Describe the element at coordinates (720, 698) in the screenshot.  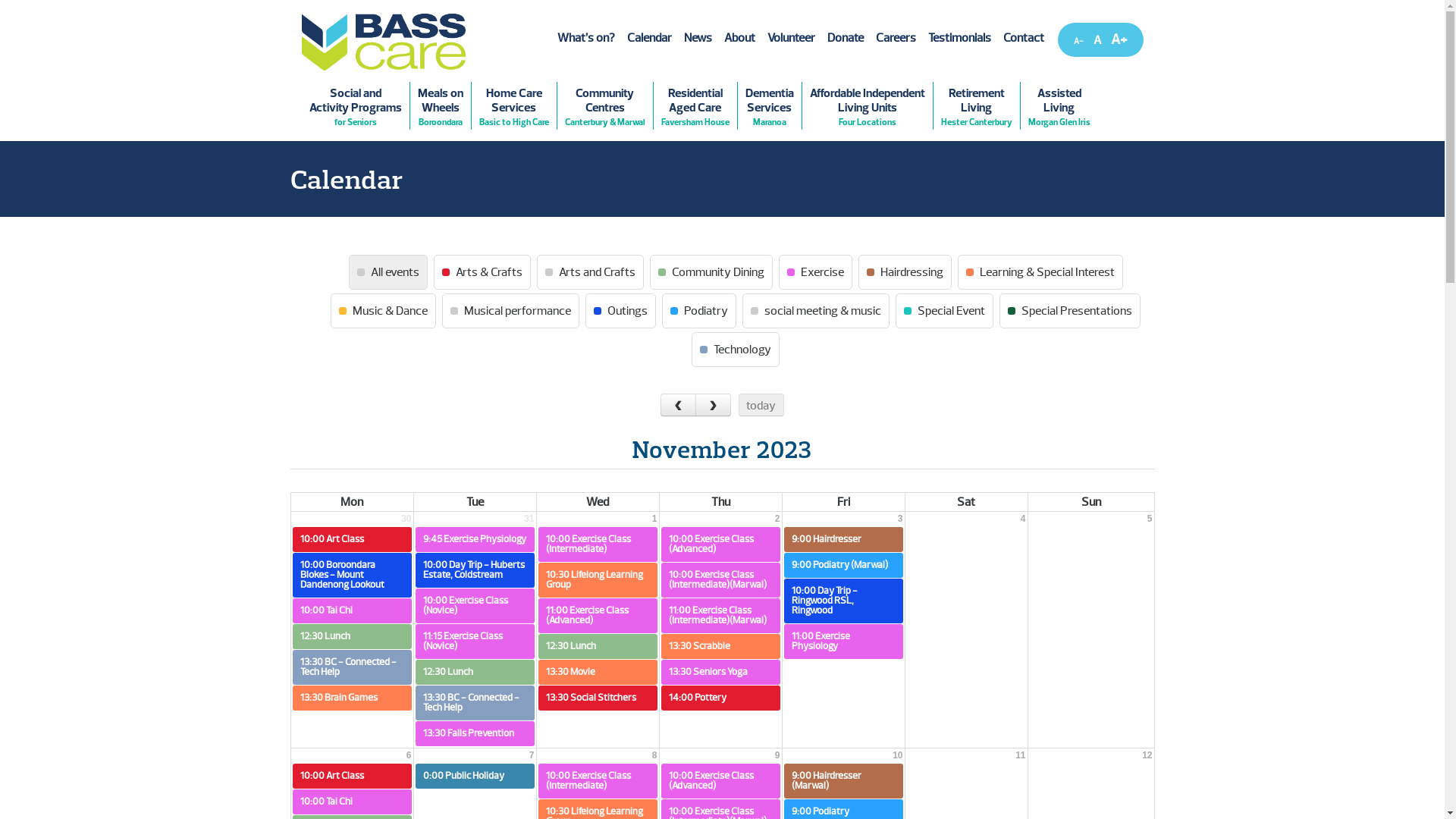
I see `'14:00 Pottery` at that location.